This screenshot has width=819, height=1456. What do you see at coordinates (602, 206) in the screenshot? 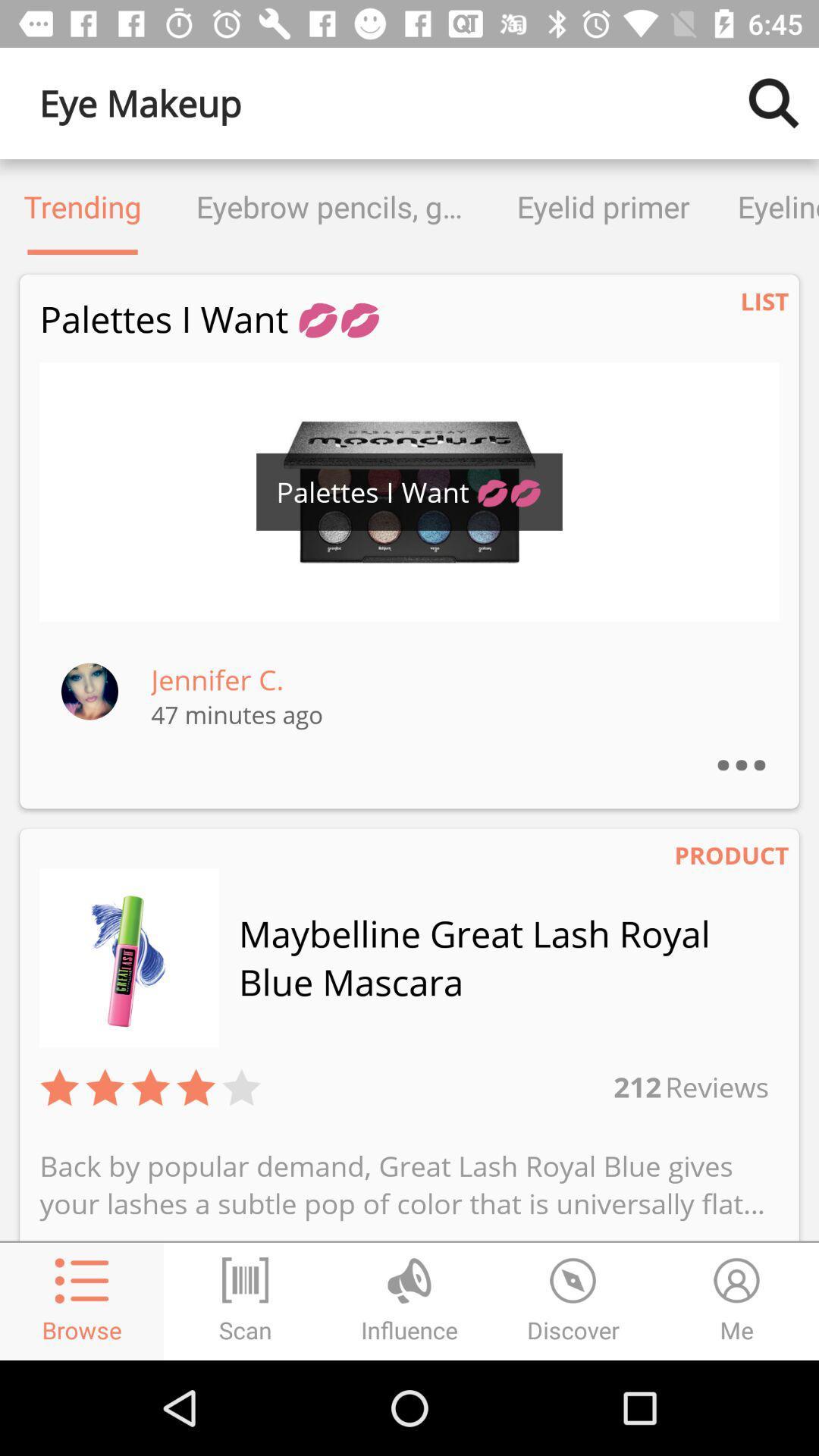
I see `the eyelid primer icon` at bounding box center [602, 206].